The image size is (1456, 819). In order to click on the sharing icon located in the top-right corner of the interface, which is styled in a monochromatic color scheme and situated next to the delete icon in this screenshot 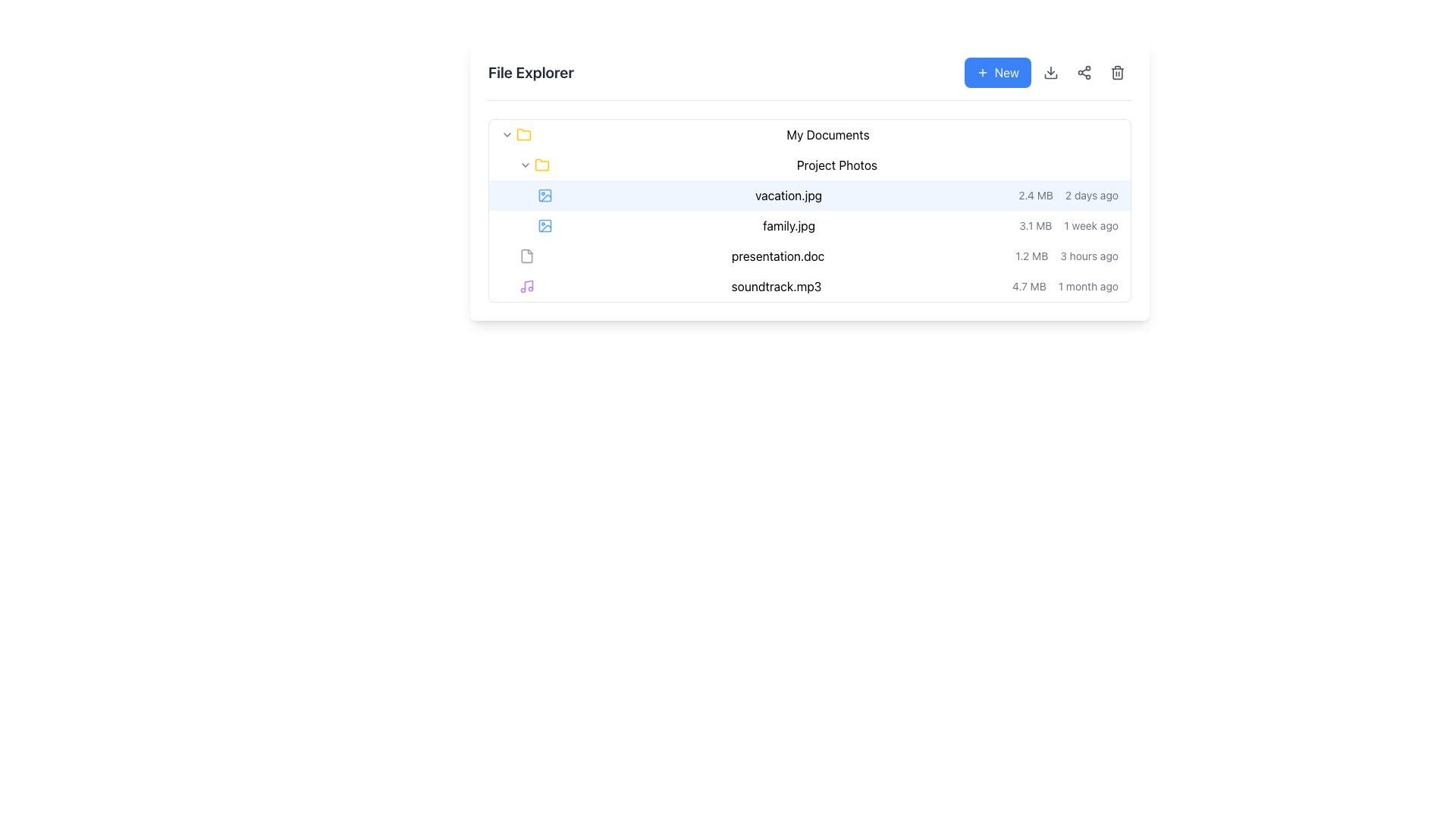, I will do `click(1084, 73)`.